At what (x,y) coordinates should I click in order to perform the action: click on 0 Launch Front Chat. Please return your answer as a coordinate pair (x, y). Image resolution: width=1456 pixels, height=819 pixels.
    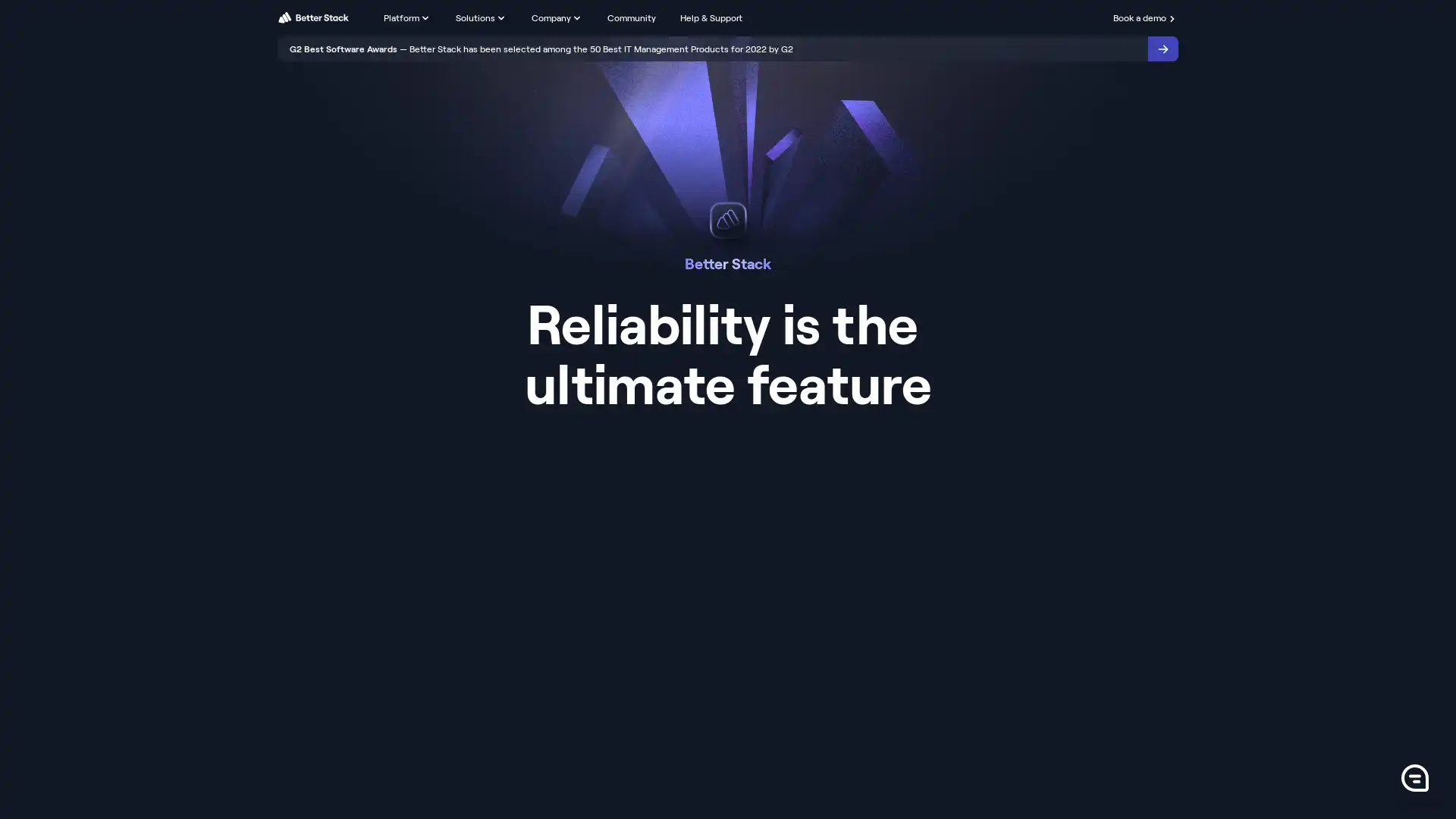
    Looking at the image, I should click on (1414, 778).